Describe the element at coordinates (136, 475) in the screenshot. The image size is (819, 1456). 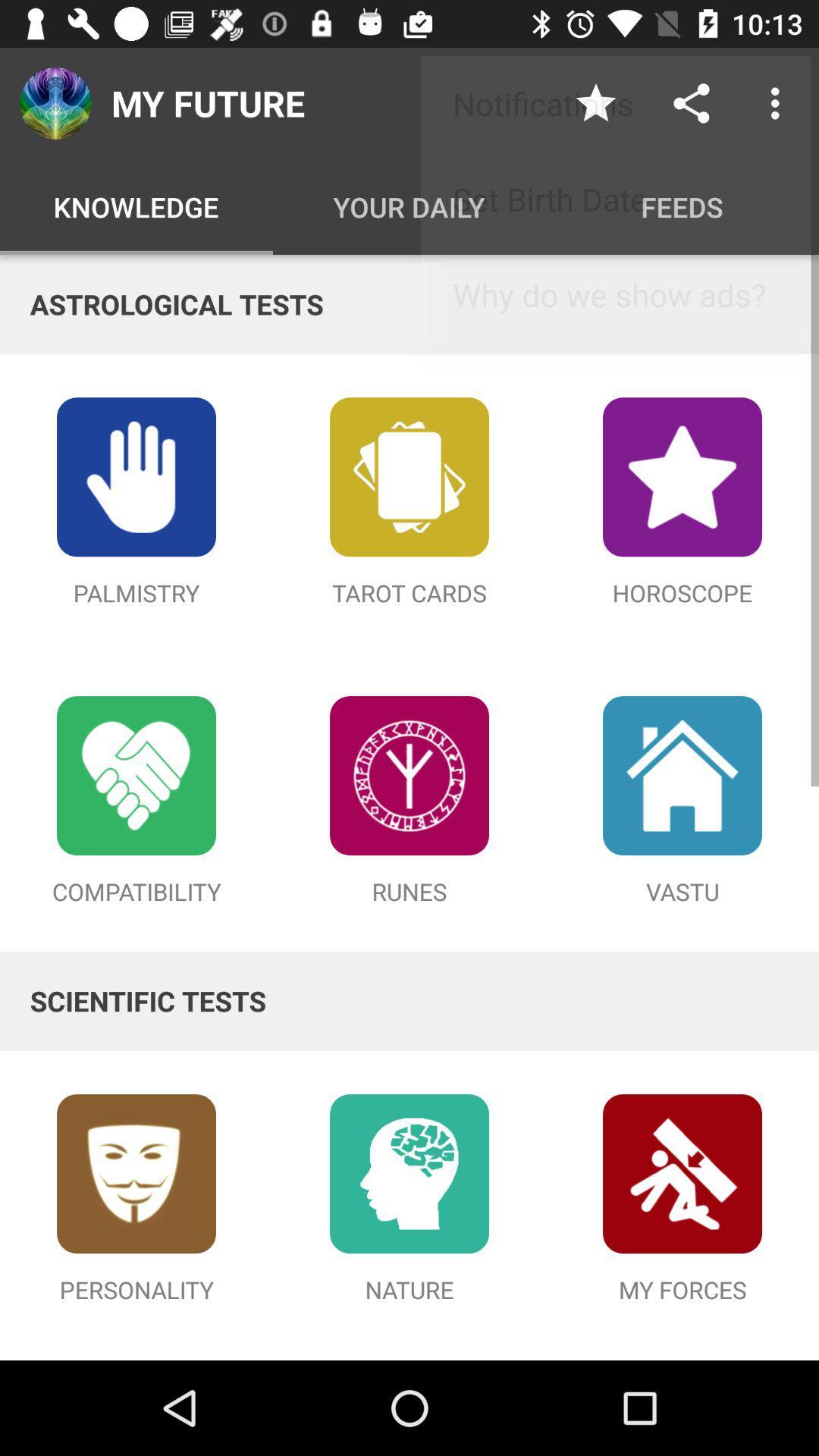
I see `the palmistry icon` at that location.